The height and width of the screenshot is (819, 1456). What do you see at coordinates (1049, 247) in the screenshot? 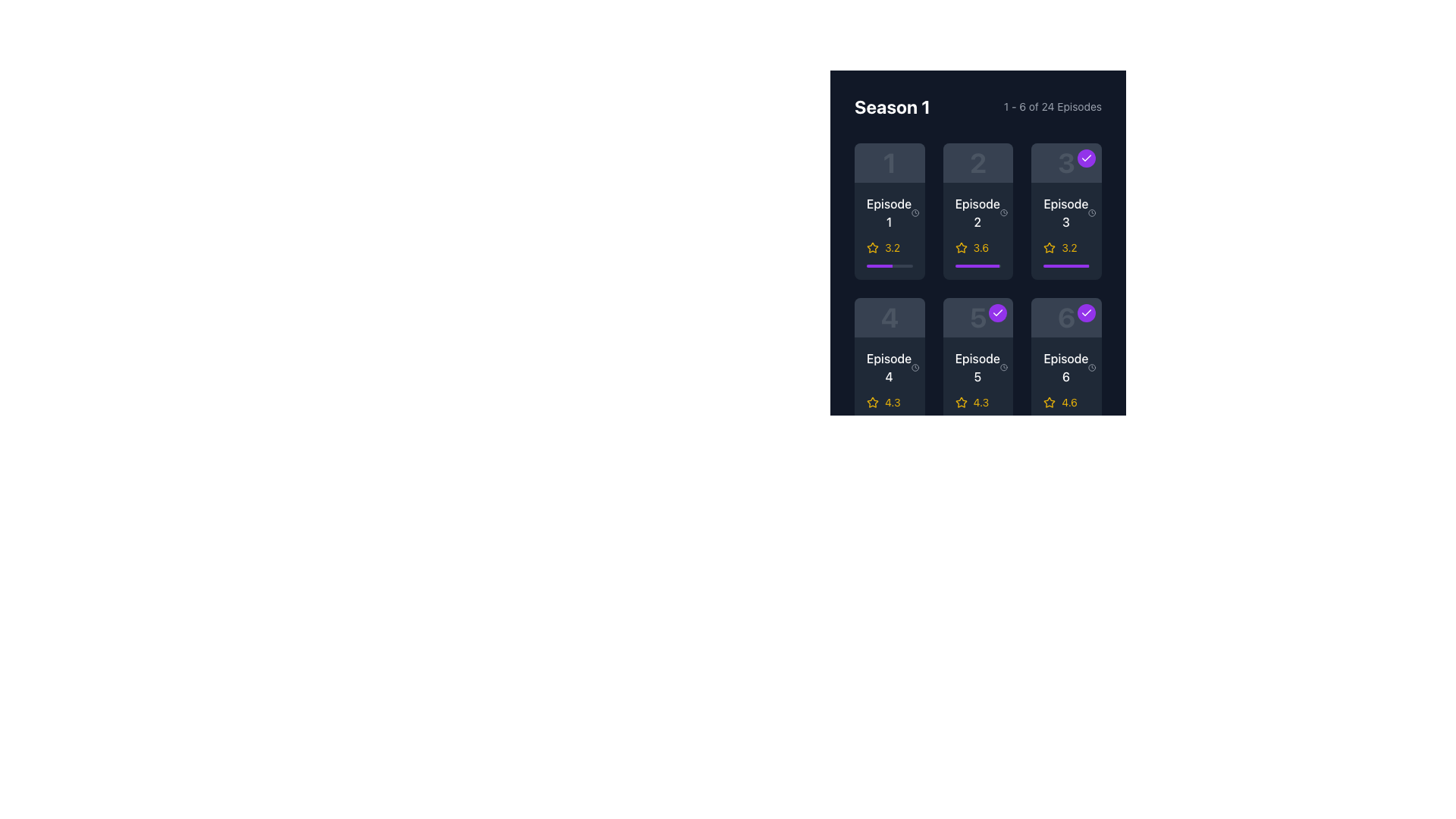
I see `the star icon that indicates a rating score of 3.2, which is located below the tile labeled 'Episode 3'` at bounding box center [1049, 247].